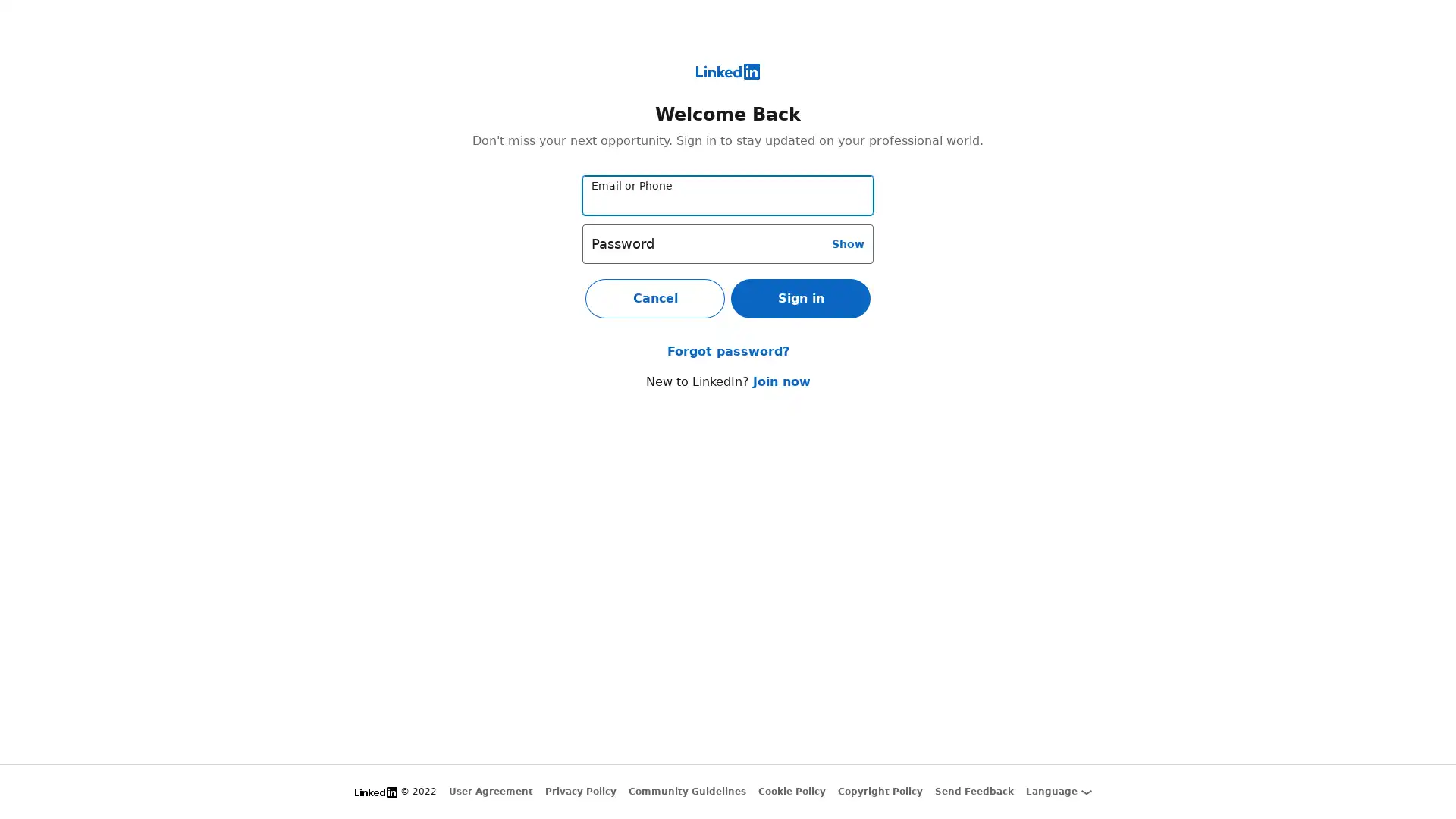 Image resolution: width=1456 pixels, height=819 pixels. I want to click on Cancel, so click(655, 298).